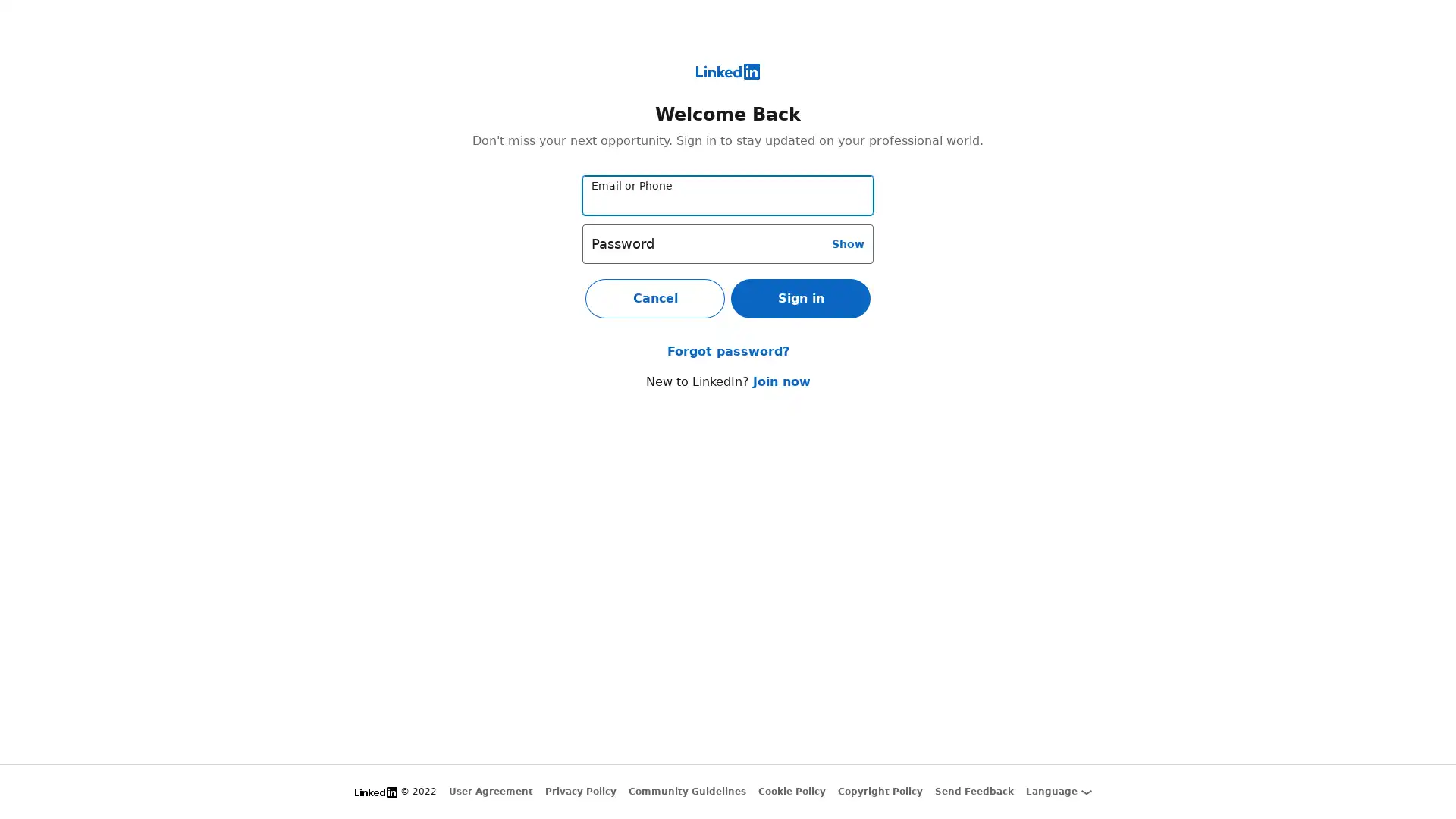 Image resolution: width=1456 pixels, height=819 pixels. I want to click on Cancel, so click(655, 298).